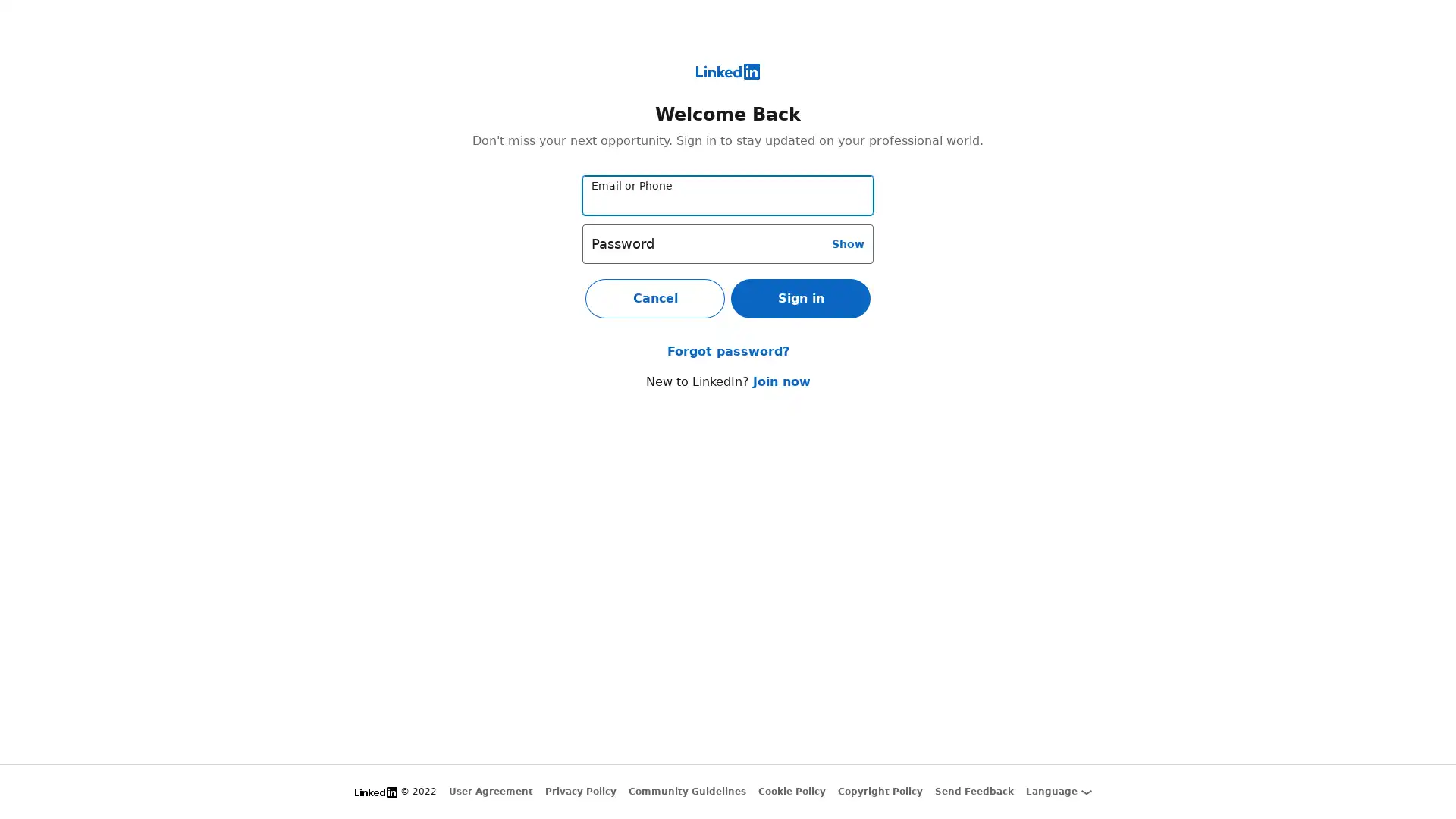 Image resolution: width=1456 pixels, height=819 pixels. I want to click on Cancel, so click(655, 298).